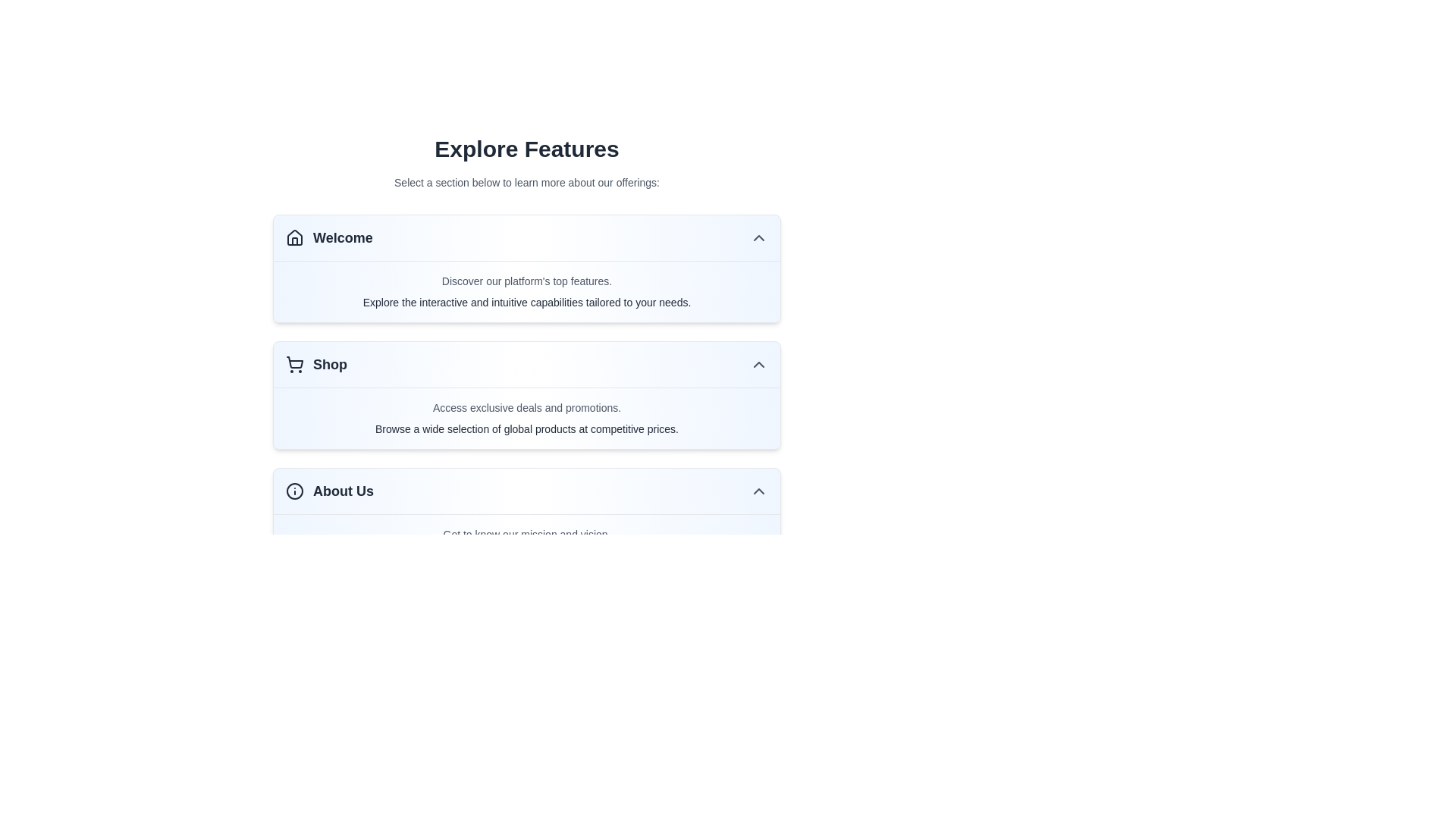 This screenshot has width=1456, height=819. I want to click on the 'Shop' text label located below the 'Welcome' option and above the 'About Us' option in the vertical list under 'Explore Features', so click(329, 365).